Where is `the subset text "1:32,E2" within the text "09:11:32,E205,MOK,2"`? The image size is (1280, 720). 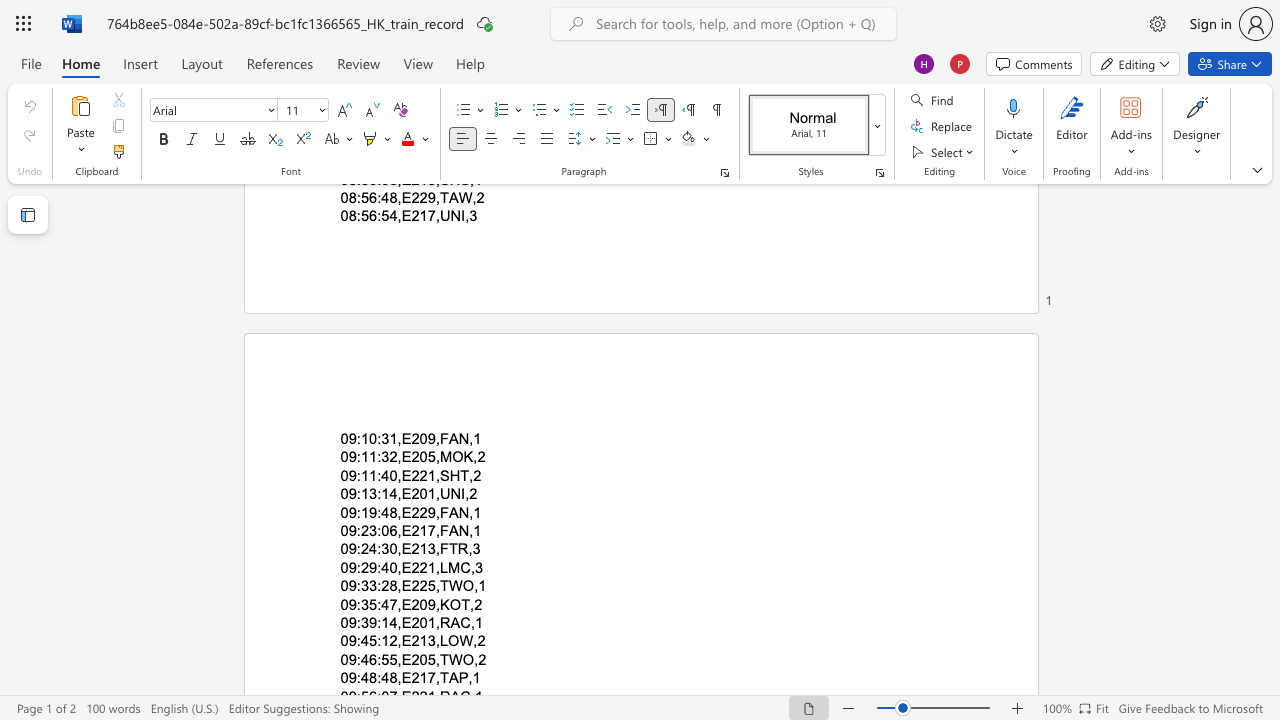
the subset text "1:32,E2" within the text "09:11:32,E205,MOK,2" is located at coordinates (369, 457).